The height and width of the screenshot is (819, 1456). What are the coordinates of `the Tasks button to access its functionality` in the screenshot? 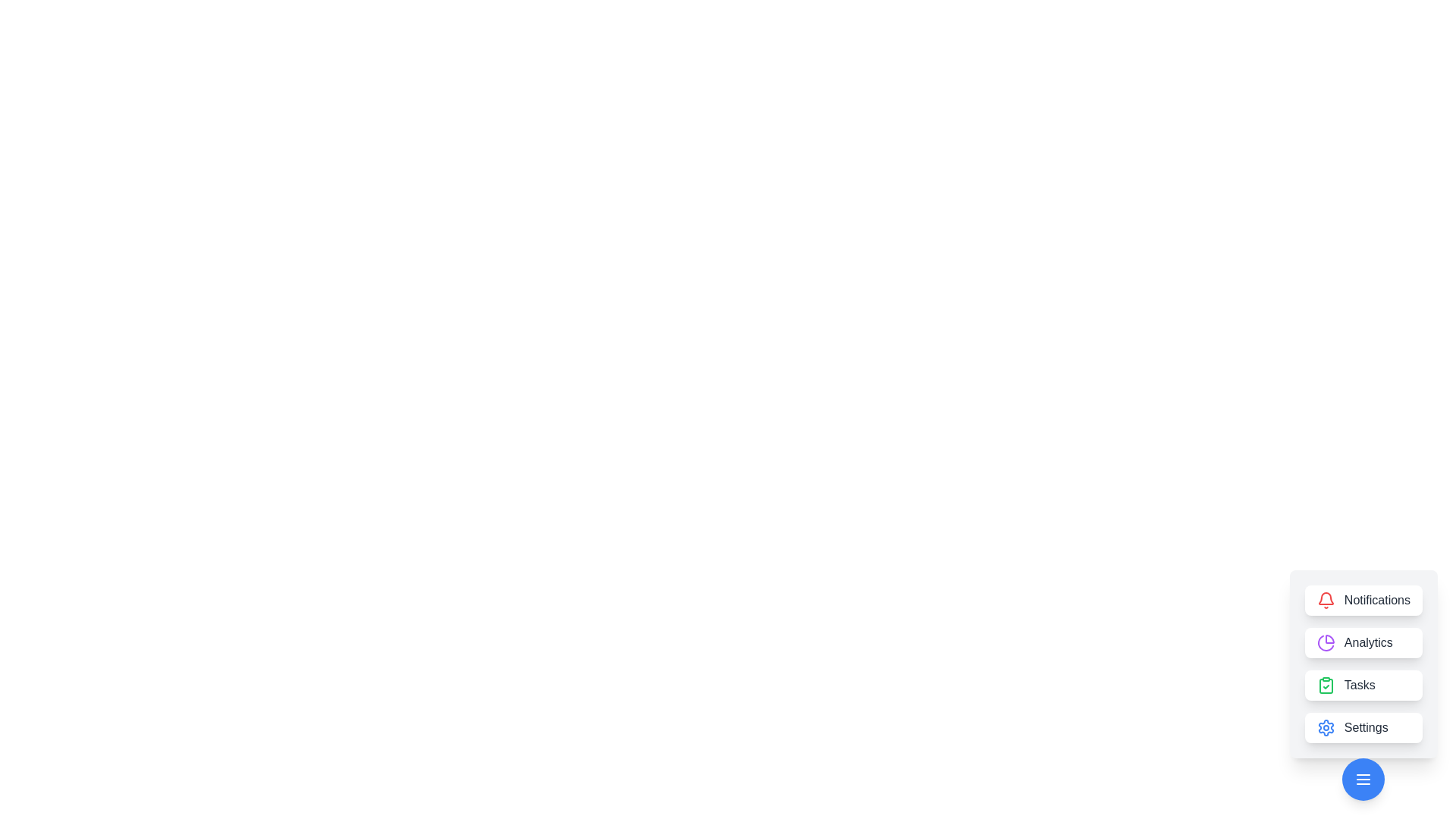 It's located at (1363, 685).